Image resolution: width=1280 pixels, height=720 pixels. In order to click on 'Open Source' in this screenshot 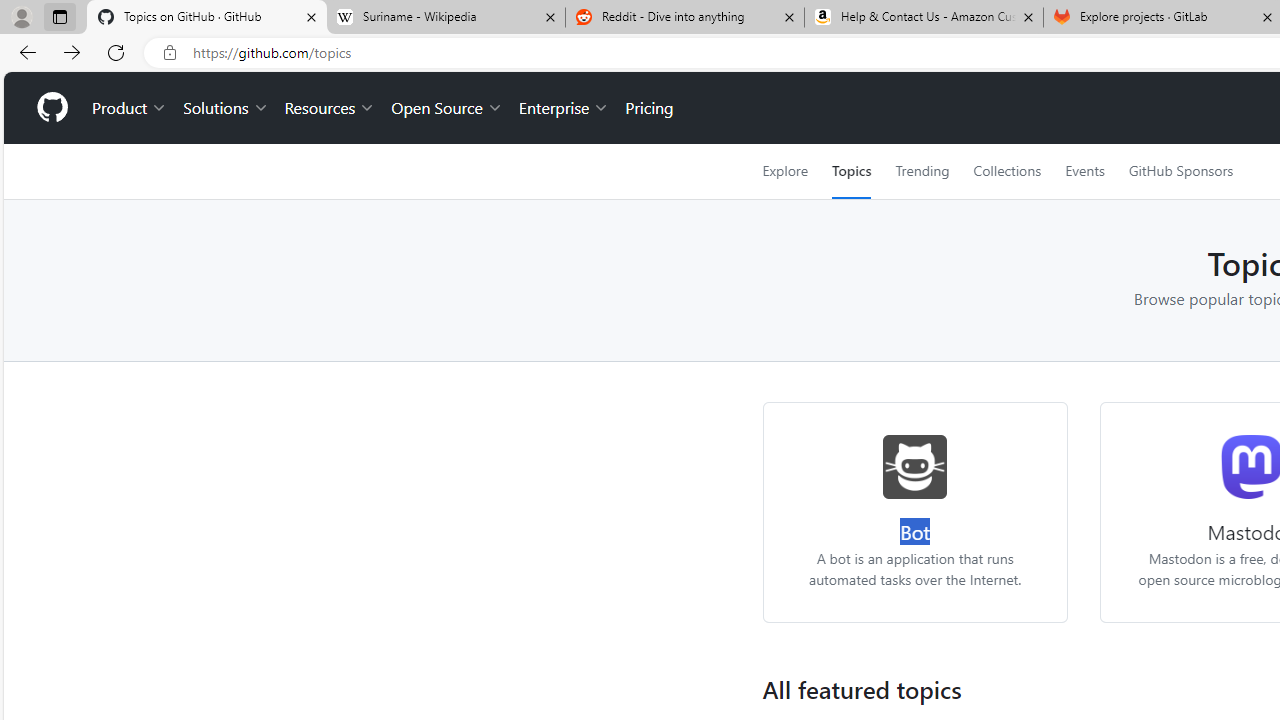, I will do `click(445, 108)`.